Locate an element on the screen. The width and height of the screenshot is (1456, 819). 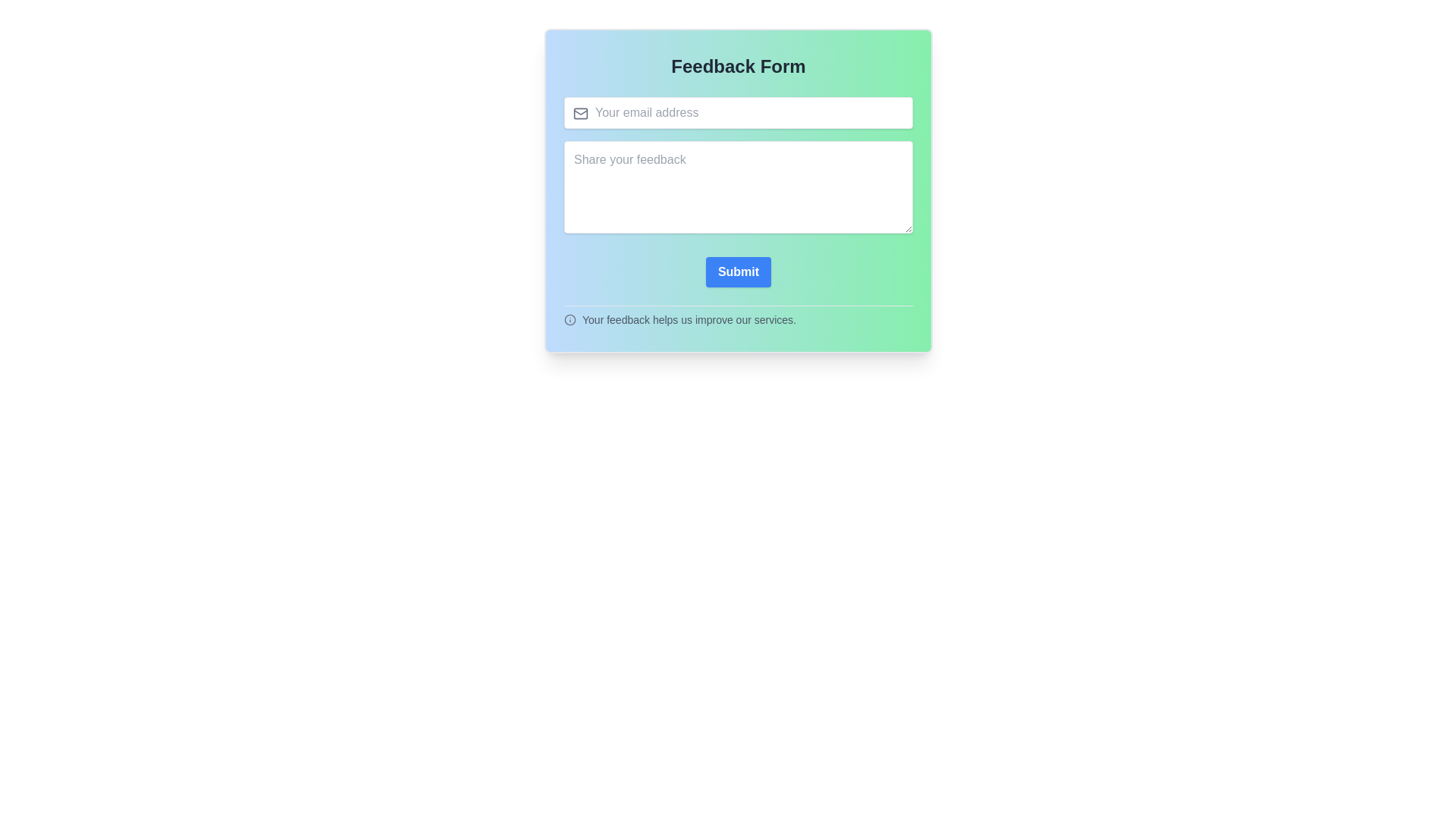
the multiline text input field with placeholder text 'Share your feedback' by pressing the tab key is located at coordinates (739, 186).